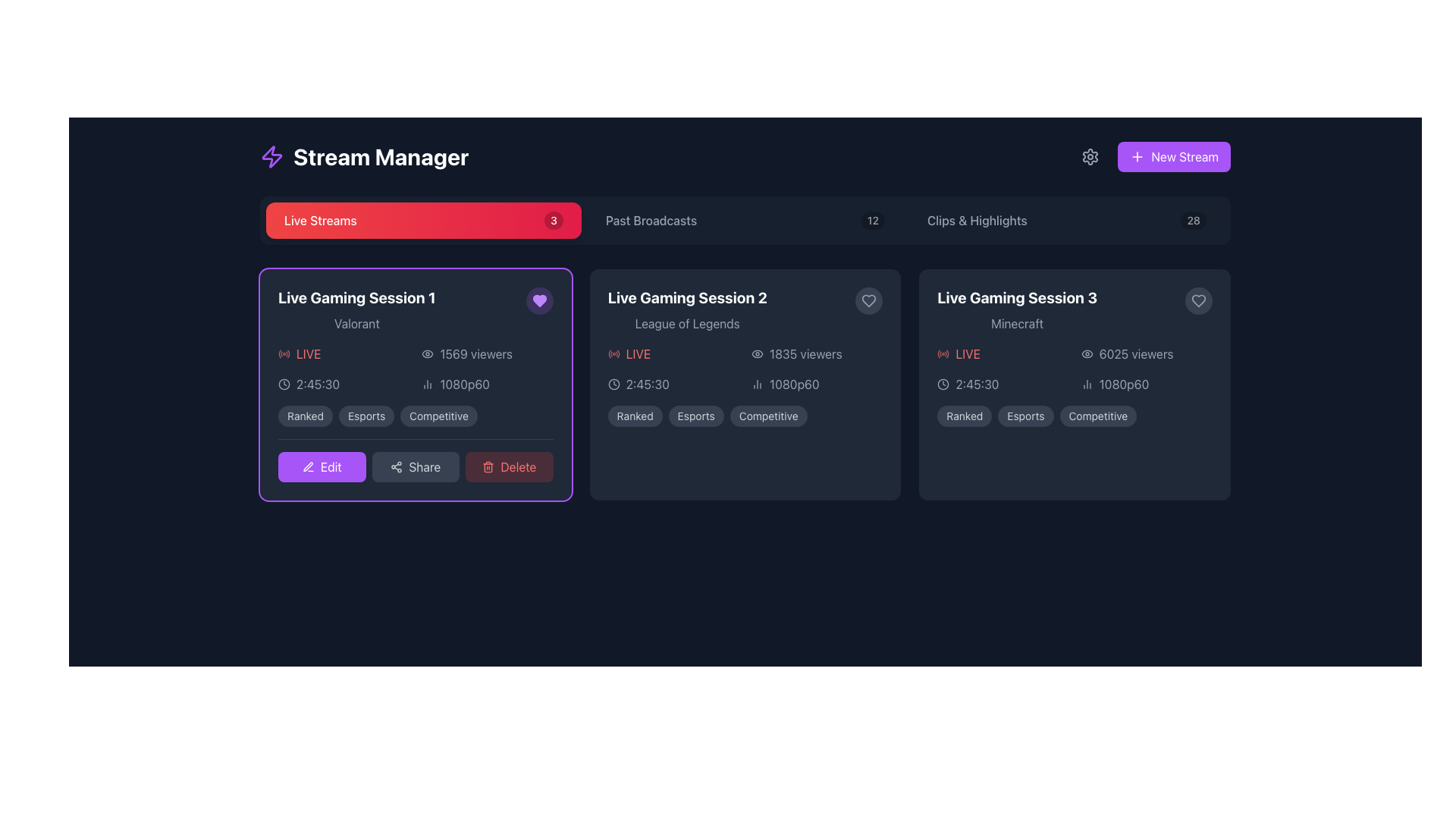 This screenshot has width=1456, height=819. I want to click on the columnar chart icon located within the 'Live Gaming Session 3' card, immediately left of the text '1080p60', so click(1086, 383).